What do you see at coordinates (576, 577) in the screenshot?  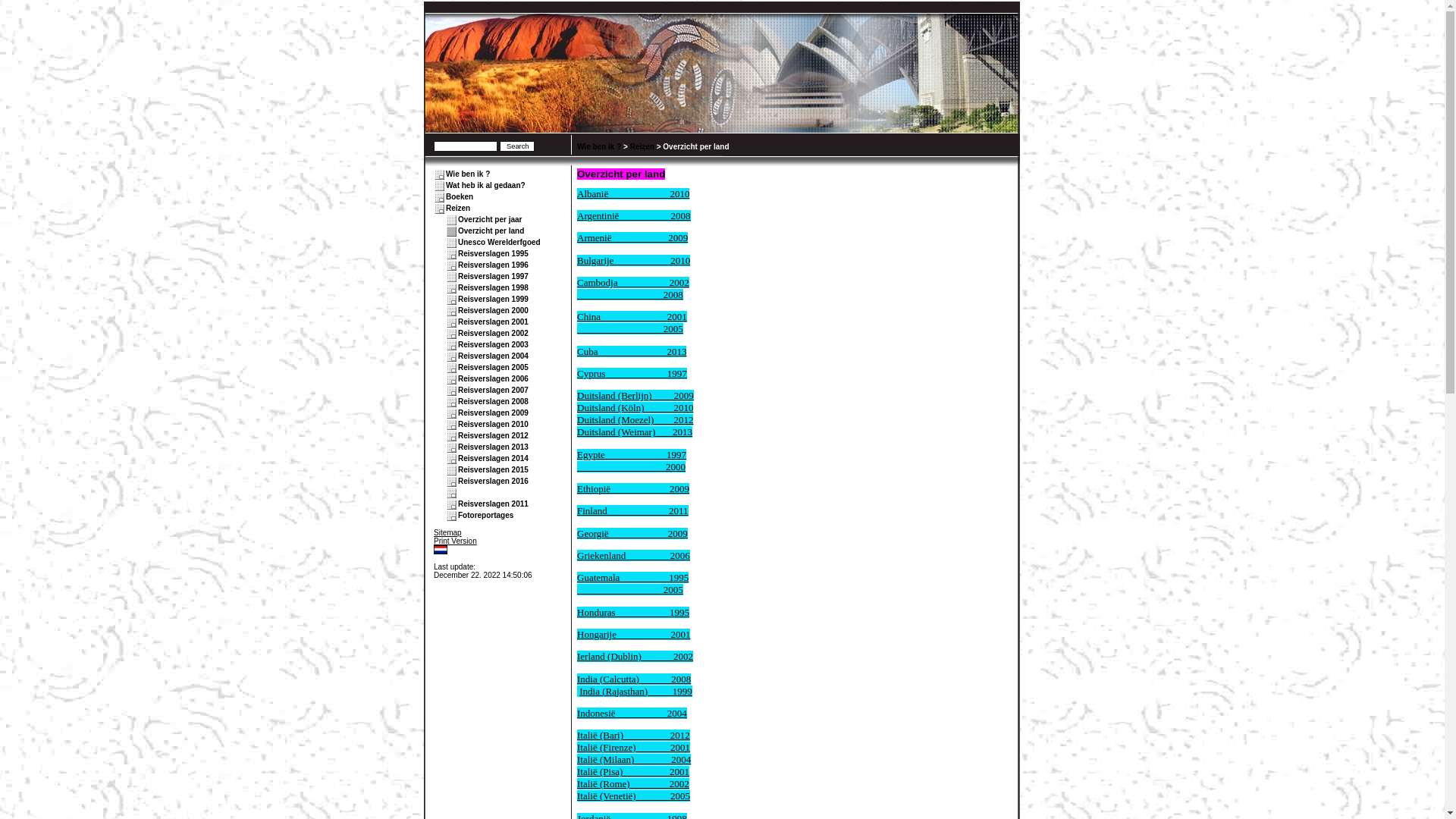 I see `'Guatemala                    1995'` at bounding box center [576, 577].